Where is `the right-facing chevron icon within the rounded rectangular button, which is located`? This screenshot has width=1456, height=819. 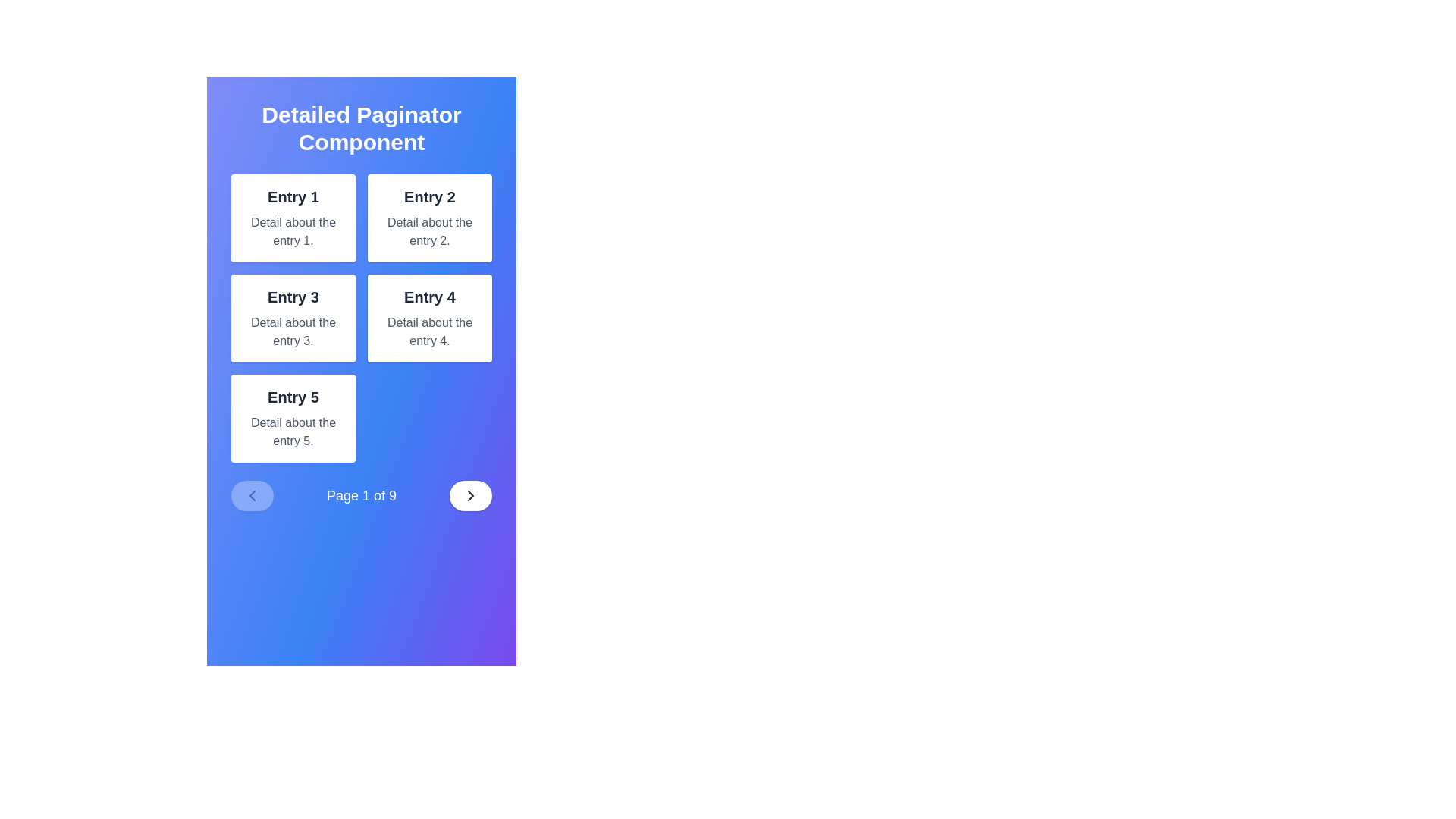
the right-facing chevron icon within the rounded rectangular button, which is located is located at coordinates (469, 496).